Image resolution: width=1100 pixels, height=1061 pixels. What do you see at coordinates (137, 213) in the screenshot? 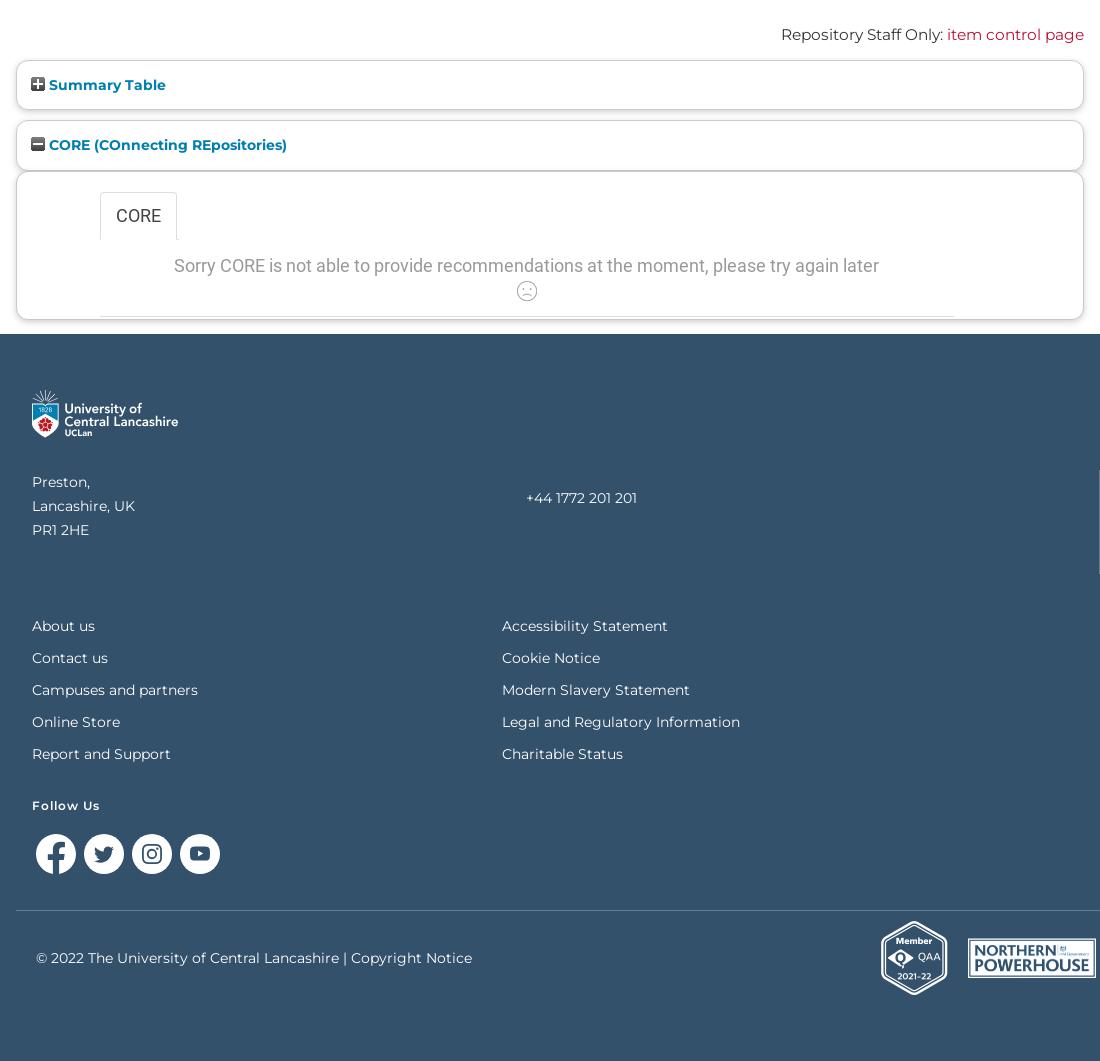
I see `'CORE'` at bounding box center [137, 213].